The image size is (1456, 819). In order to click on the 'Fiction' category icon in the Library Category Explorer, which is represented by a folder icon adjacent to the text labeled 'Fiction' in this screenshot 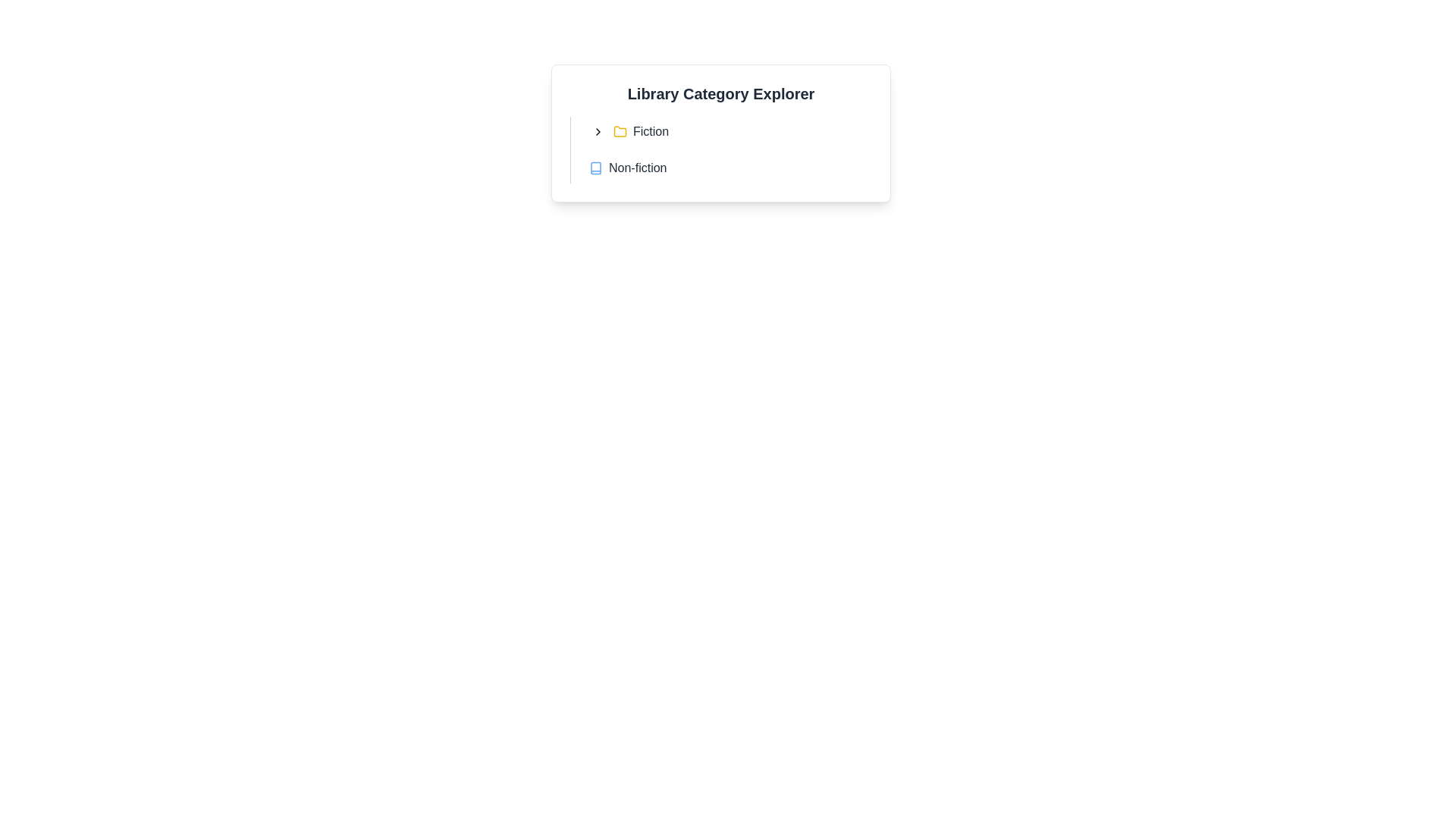, I will do `click(620, 130)`.